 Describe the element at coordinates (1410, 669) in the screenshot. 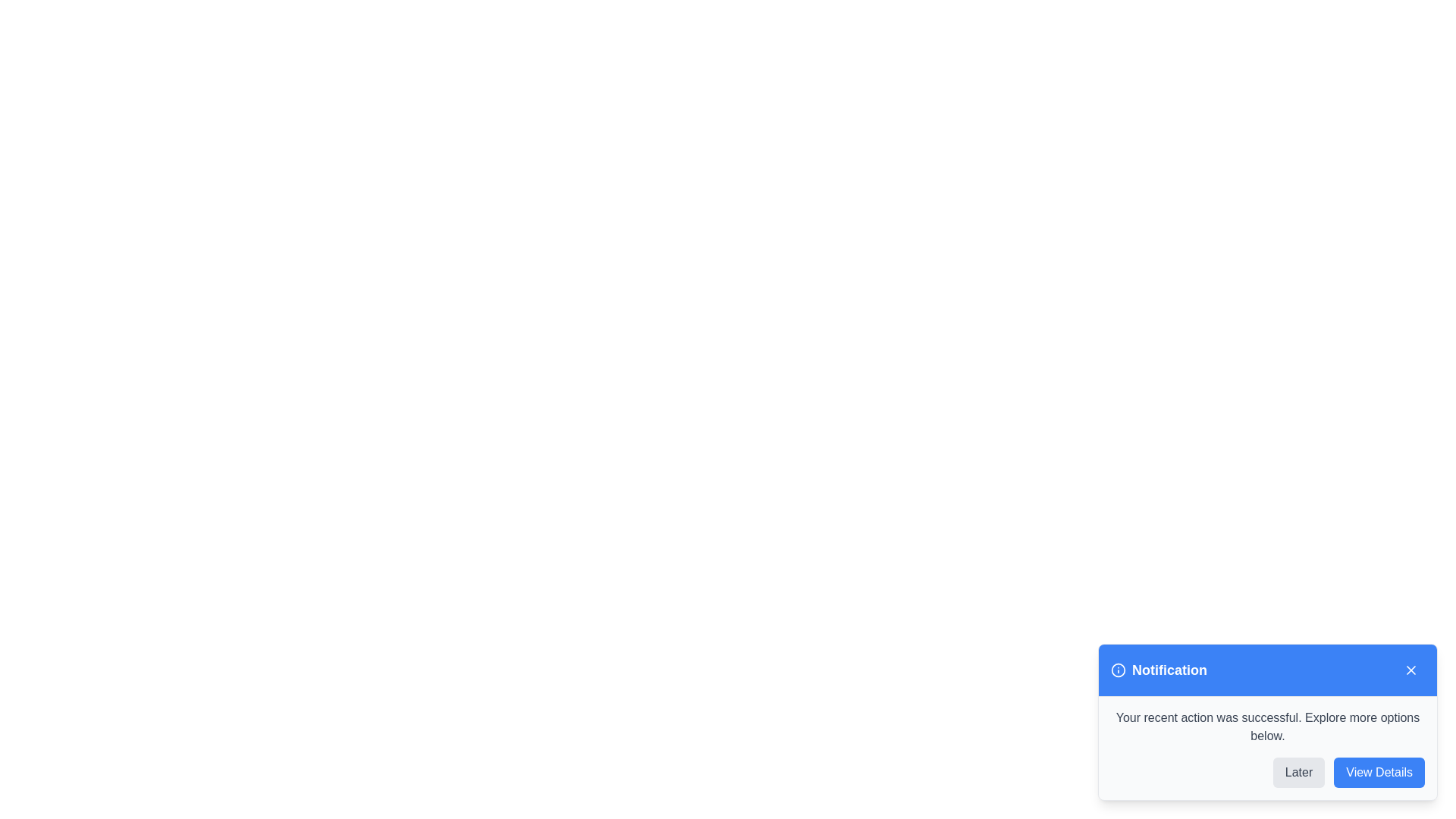

I see `the 'x' icon button located at the top-right corner of the blue notification header to observe any hover effects` at that location.